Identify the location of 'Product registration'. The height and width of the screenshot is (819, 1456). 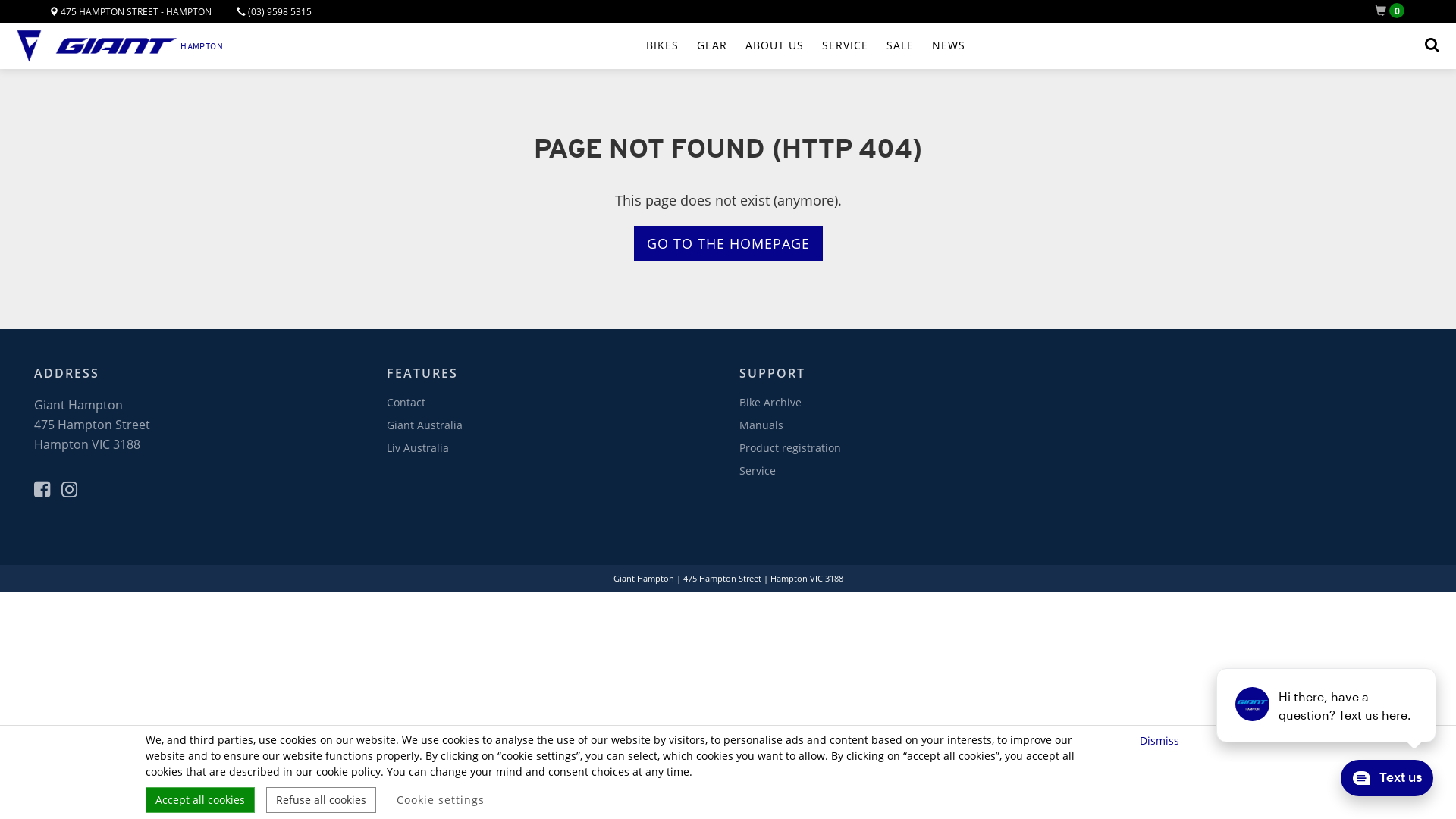
(789, 447).